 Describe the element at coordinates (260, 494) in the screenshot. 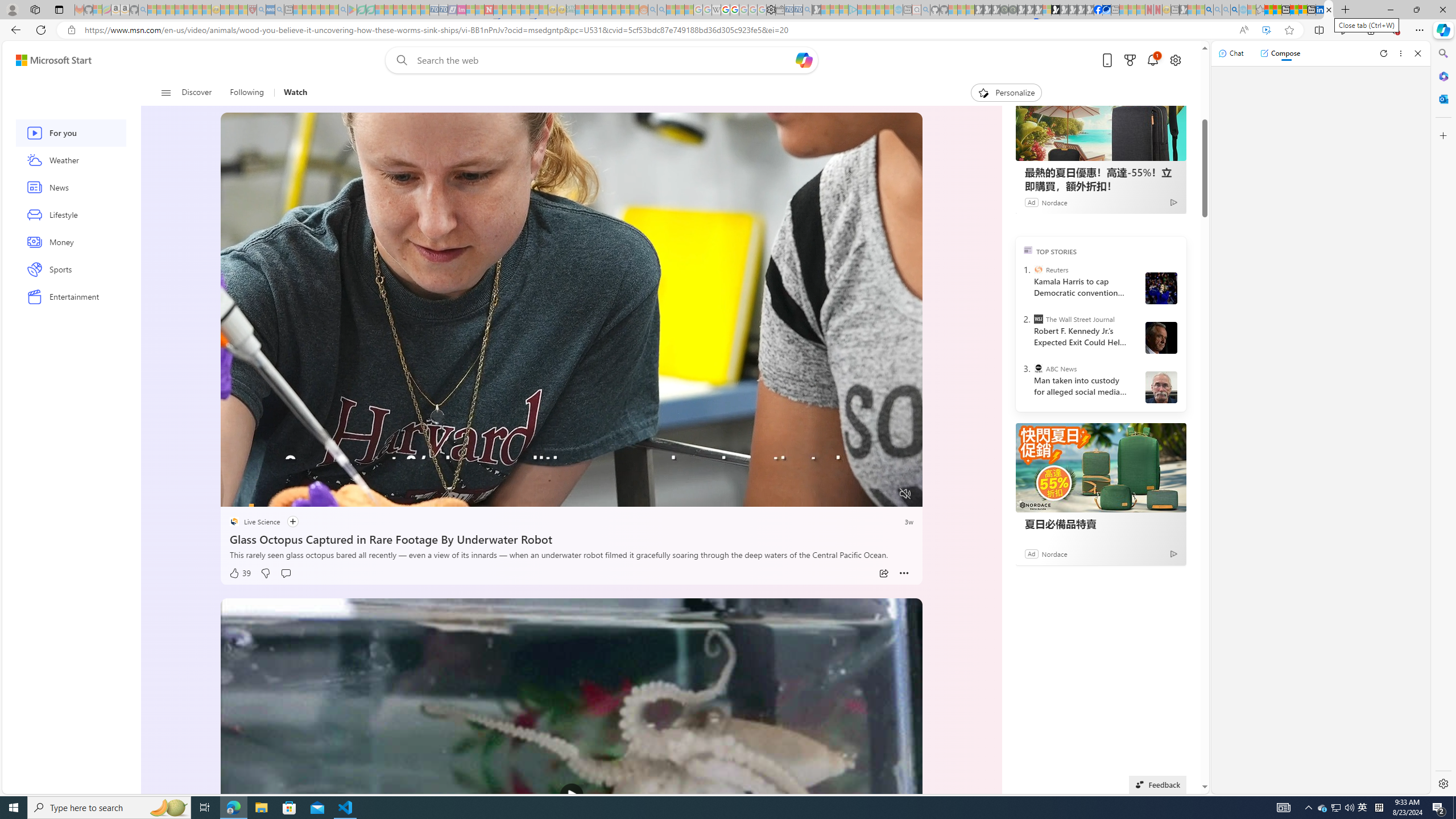

I see `'Seek Back'` at that location.